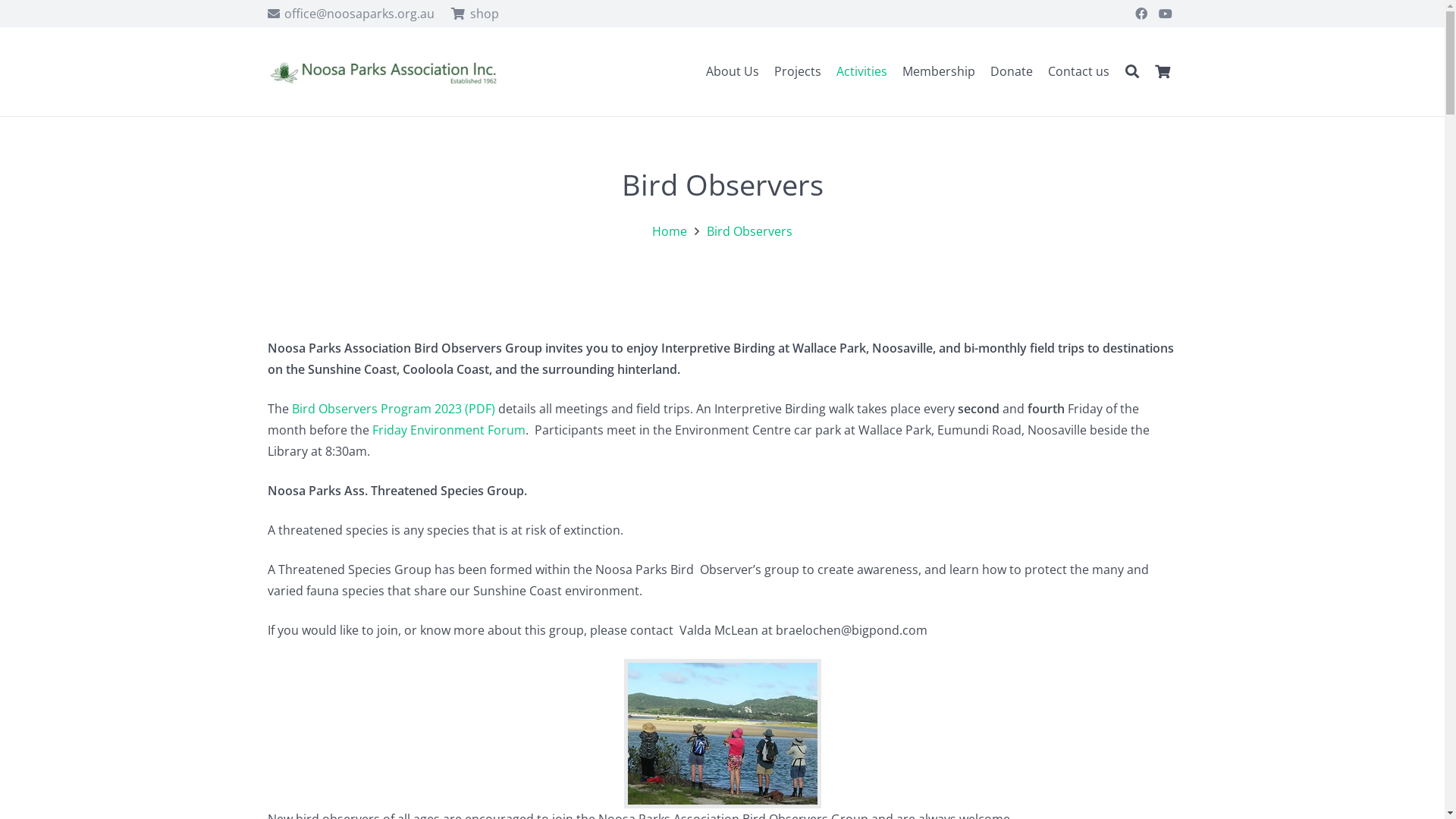  I want to click on 'Donate', so click(983, 71).